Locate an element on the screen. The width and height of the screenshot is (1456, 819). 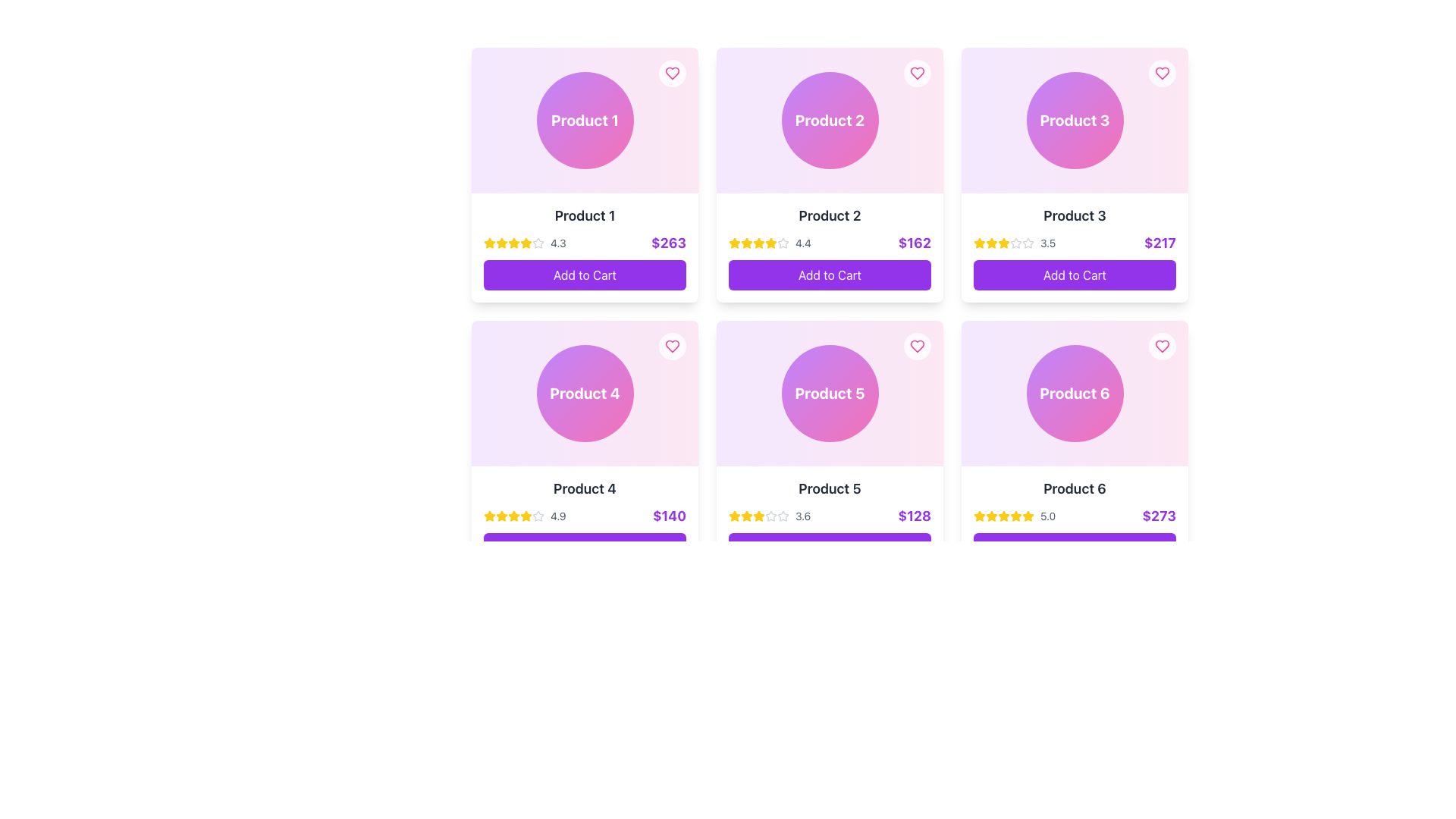
the 'Add to Cart' button for 'Product 1' to change its background color is located at coordinates (584, 275).